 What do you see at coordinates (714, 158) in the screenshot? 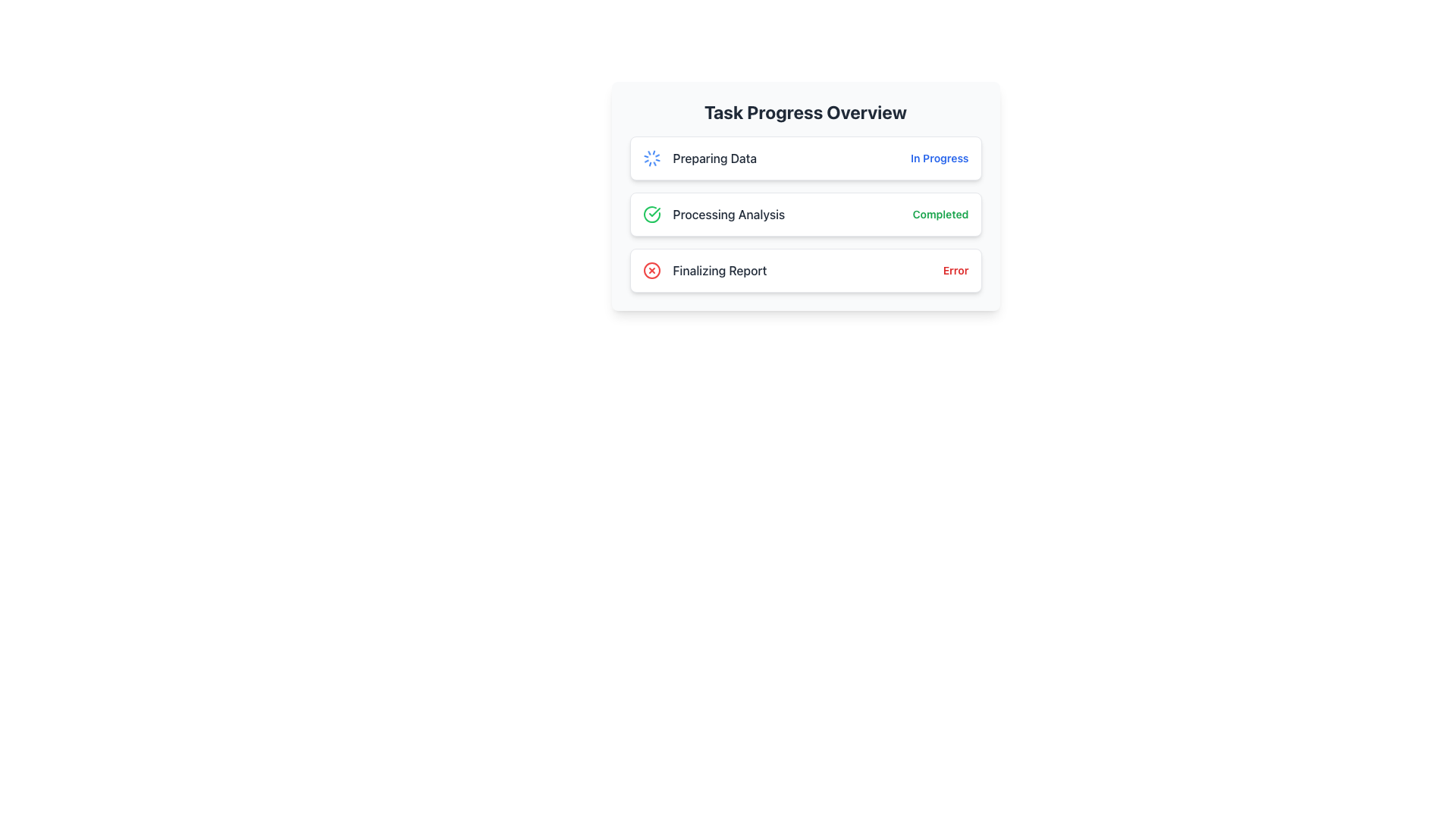
I see `the 'Preparing Data' text label, which is a medium-sized dark gray font in a clean sans-serif typeface, located in the uppermost row of a progress overview box, to the right of a spinning loader icon` at bounding box center [714, 158].